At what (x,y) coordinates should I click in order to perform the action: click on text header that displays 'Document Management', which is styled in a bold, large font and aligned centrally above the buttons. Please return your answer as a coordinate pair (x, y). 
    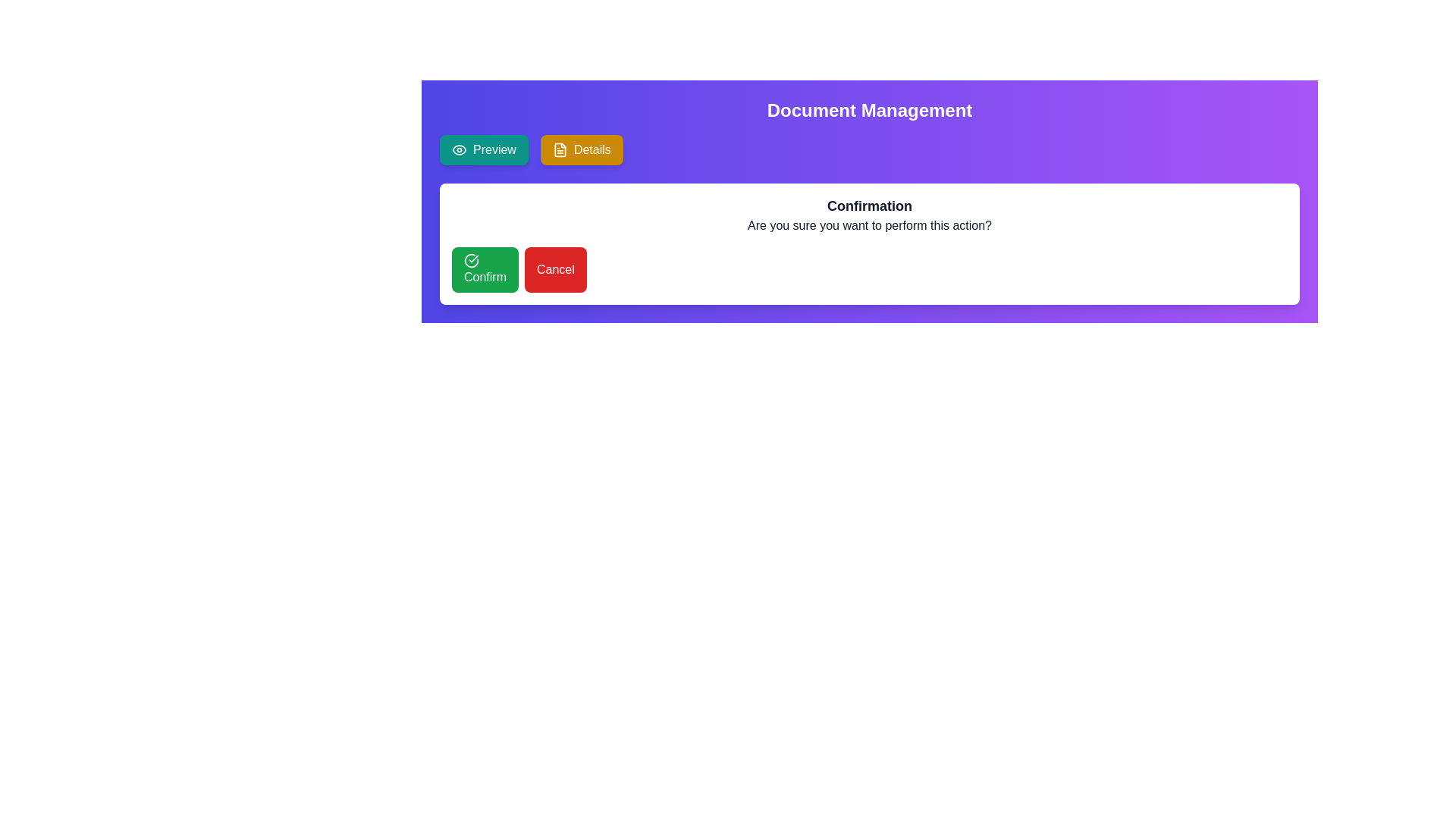
    Looking at the image, I should click on (870, 110).